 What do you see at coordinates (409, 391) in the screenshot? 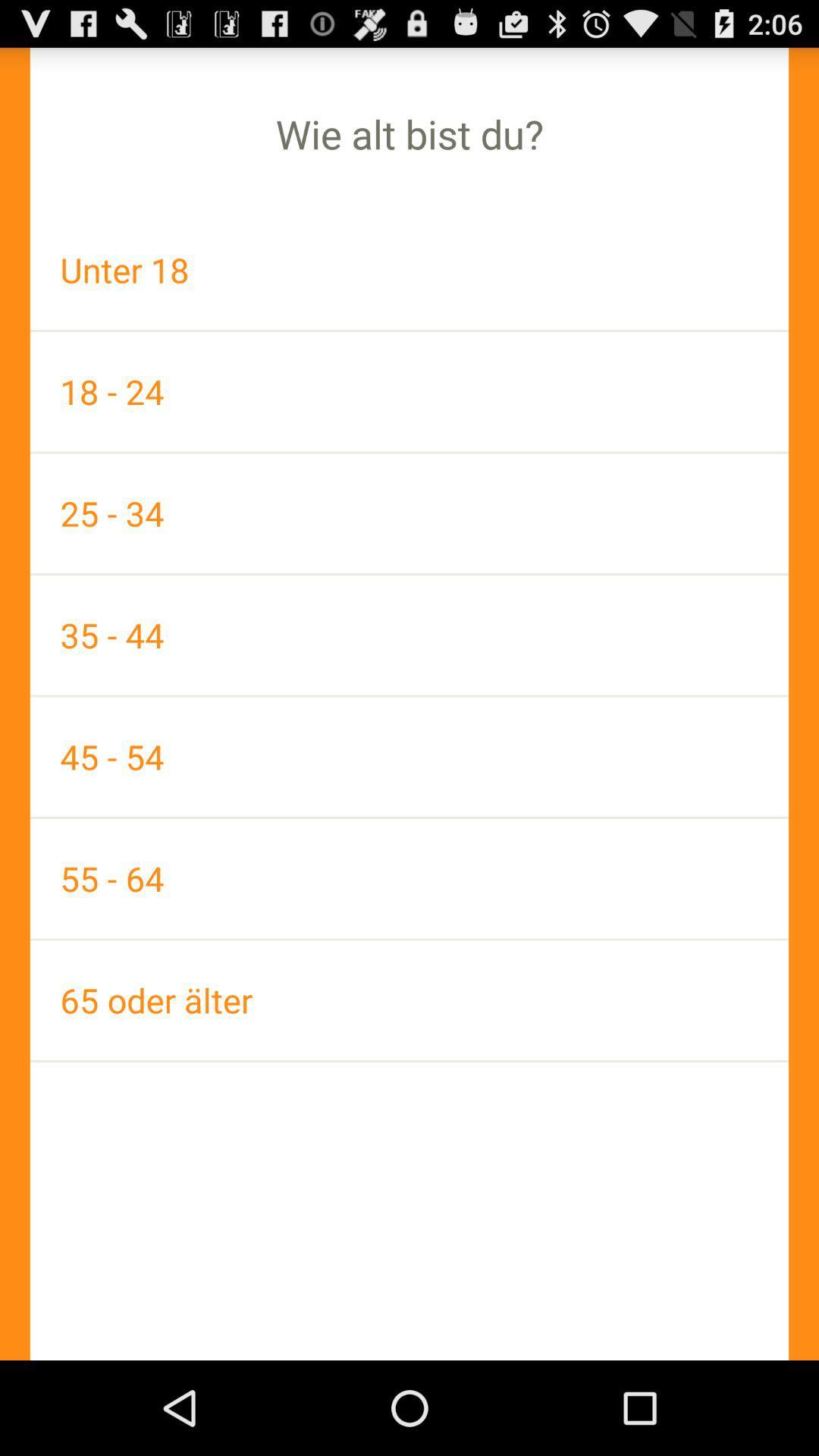
I see `18 - 24 item` at bounding box center [409, 391].